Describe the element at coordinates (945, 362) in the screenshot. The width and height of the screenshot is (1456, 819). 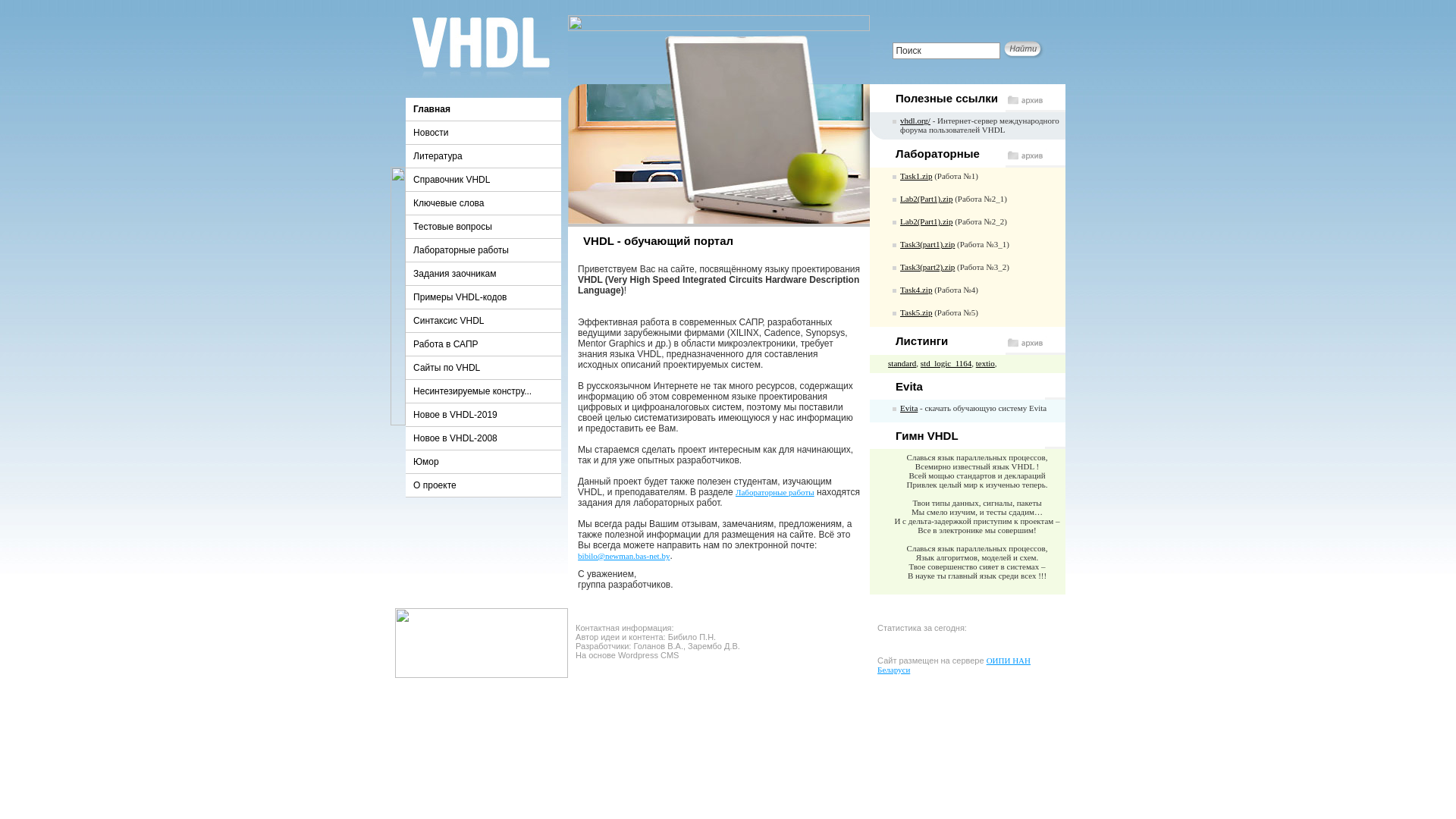
I see `'std_logic_1164'` at that location.